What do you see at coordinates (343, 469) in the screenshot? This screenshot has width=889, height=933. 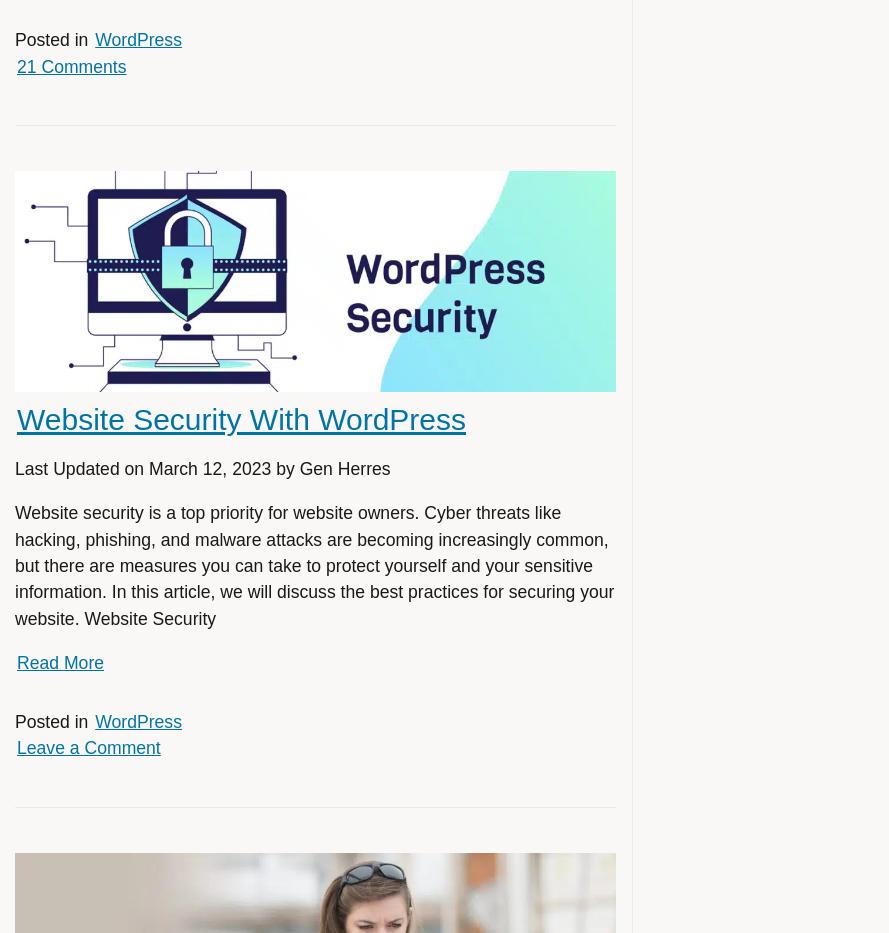 I see `'Gen Herres'` at bounding box center [343, 469].